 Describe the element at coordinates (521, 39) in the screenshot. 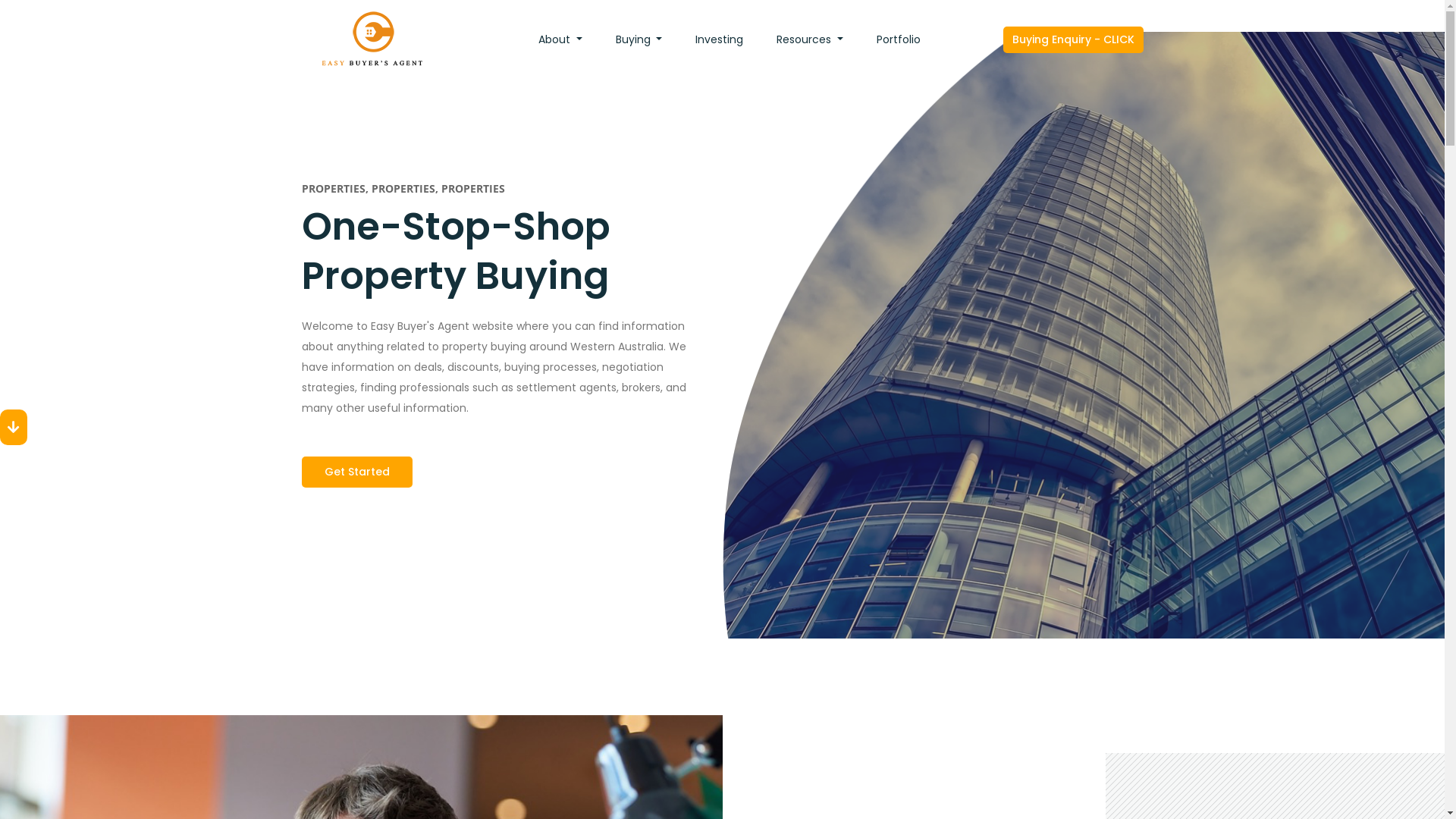

I see `'About'` at that location.